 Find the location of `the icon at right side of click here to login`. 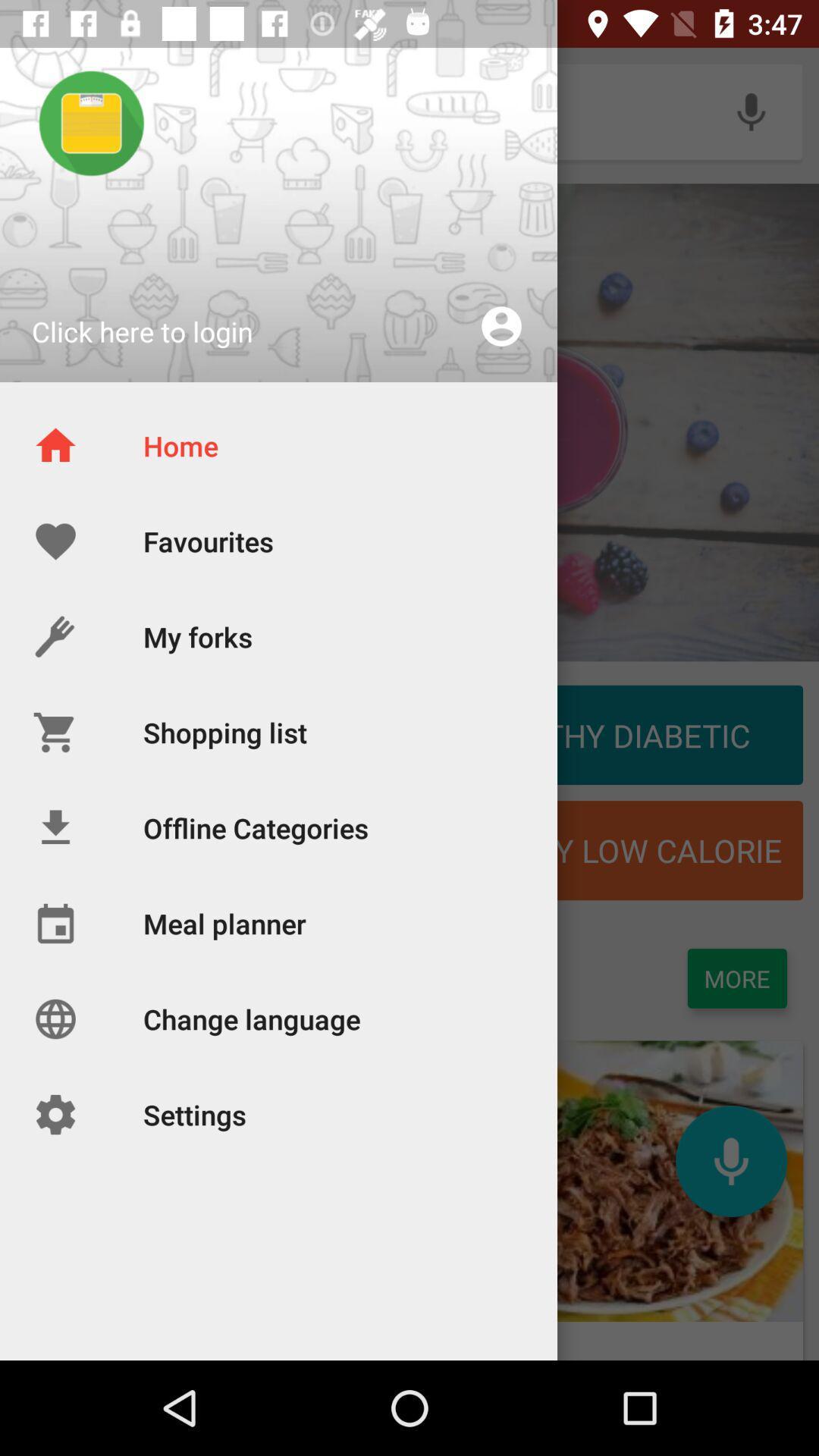

the icon at right side of click here to login is located at coordinates (501, 325).